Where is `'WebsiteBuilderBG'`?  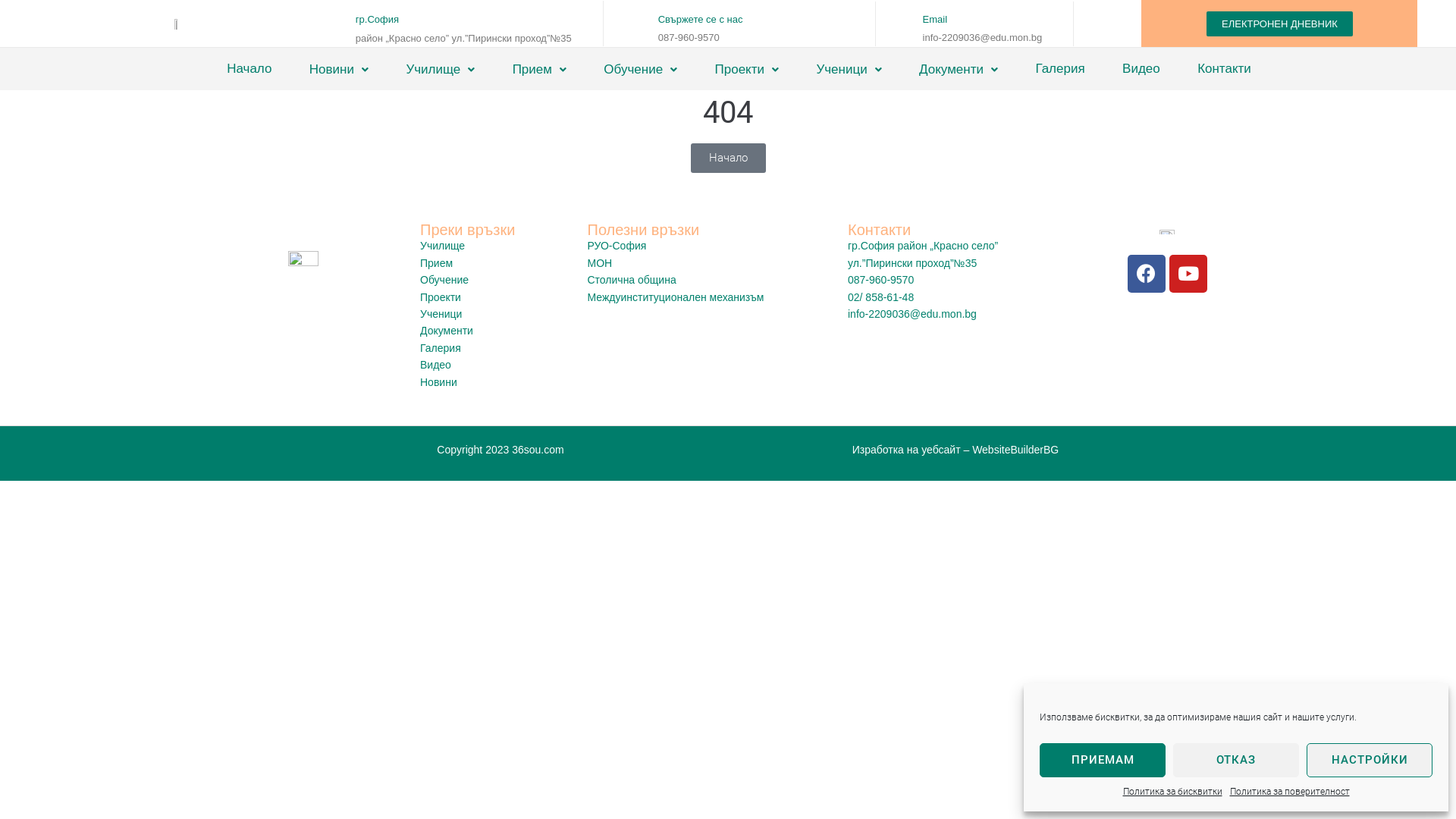 'WebsiteBuilderBG' is located at coordinates (1015, 449).